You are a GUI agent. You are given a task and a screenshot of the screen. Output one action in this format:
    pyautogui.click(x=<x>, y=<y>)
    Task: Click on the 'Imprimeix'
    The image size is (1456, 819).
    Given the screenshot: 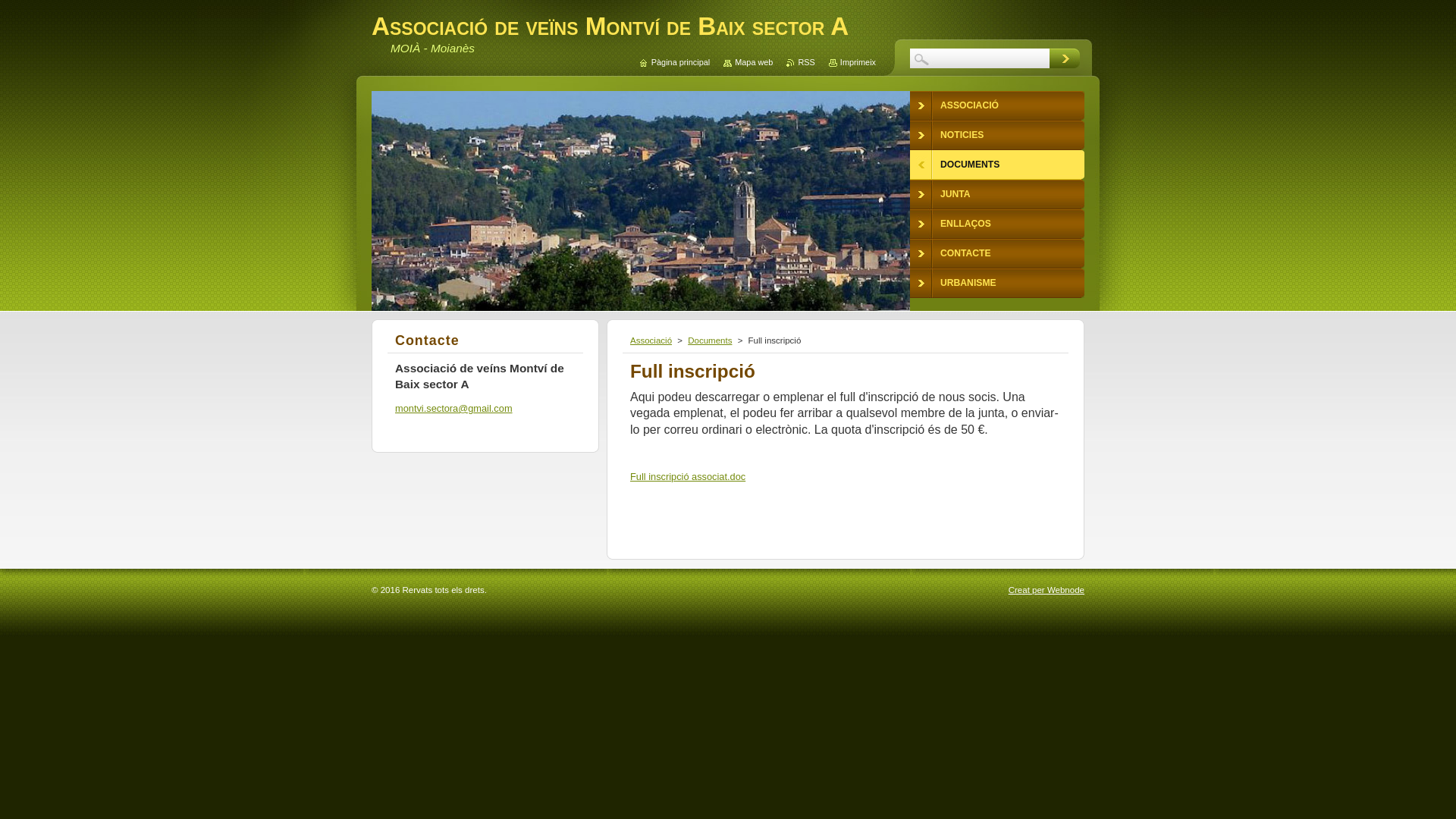 What is the action you would take?
    pyautogui.click(x=852, y=61)
    